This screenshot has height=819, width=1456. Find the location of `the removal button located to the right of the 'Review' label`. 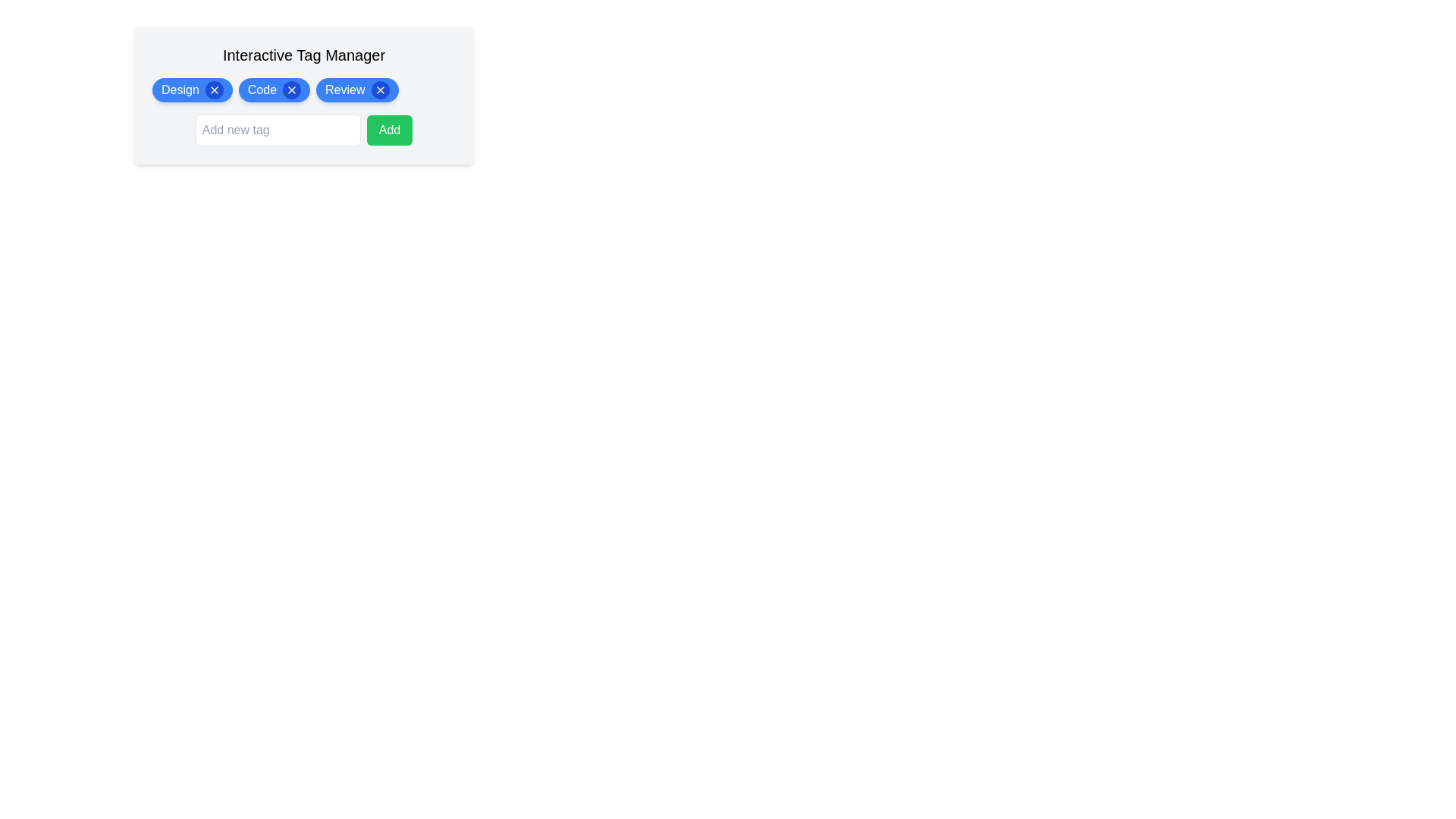

the removal button located to the right of the 'Review' label is located at coordinates (380, 90).